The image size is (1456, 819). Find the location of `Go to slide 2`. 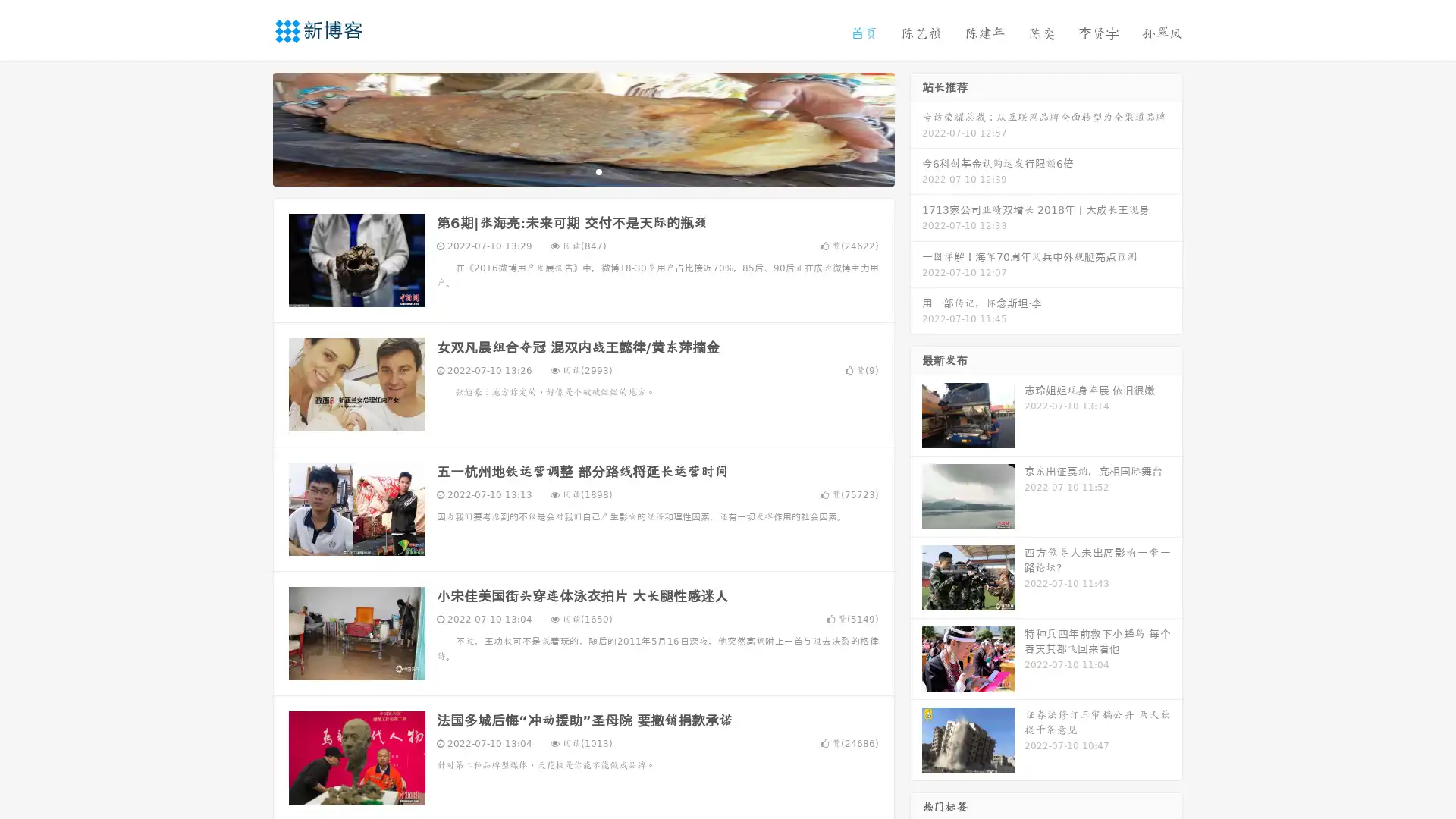

Go to slide 2 is located at coordinates (582, 171).